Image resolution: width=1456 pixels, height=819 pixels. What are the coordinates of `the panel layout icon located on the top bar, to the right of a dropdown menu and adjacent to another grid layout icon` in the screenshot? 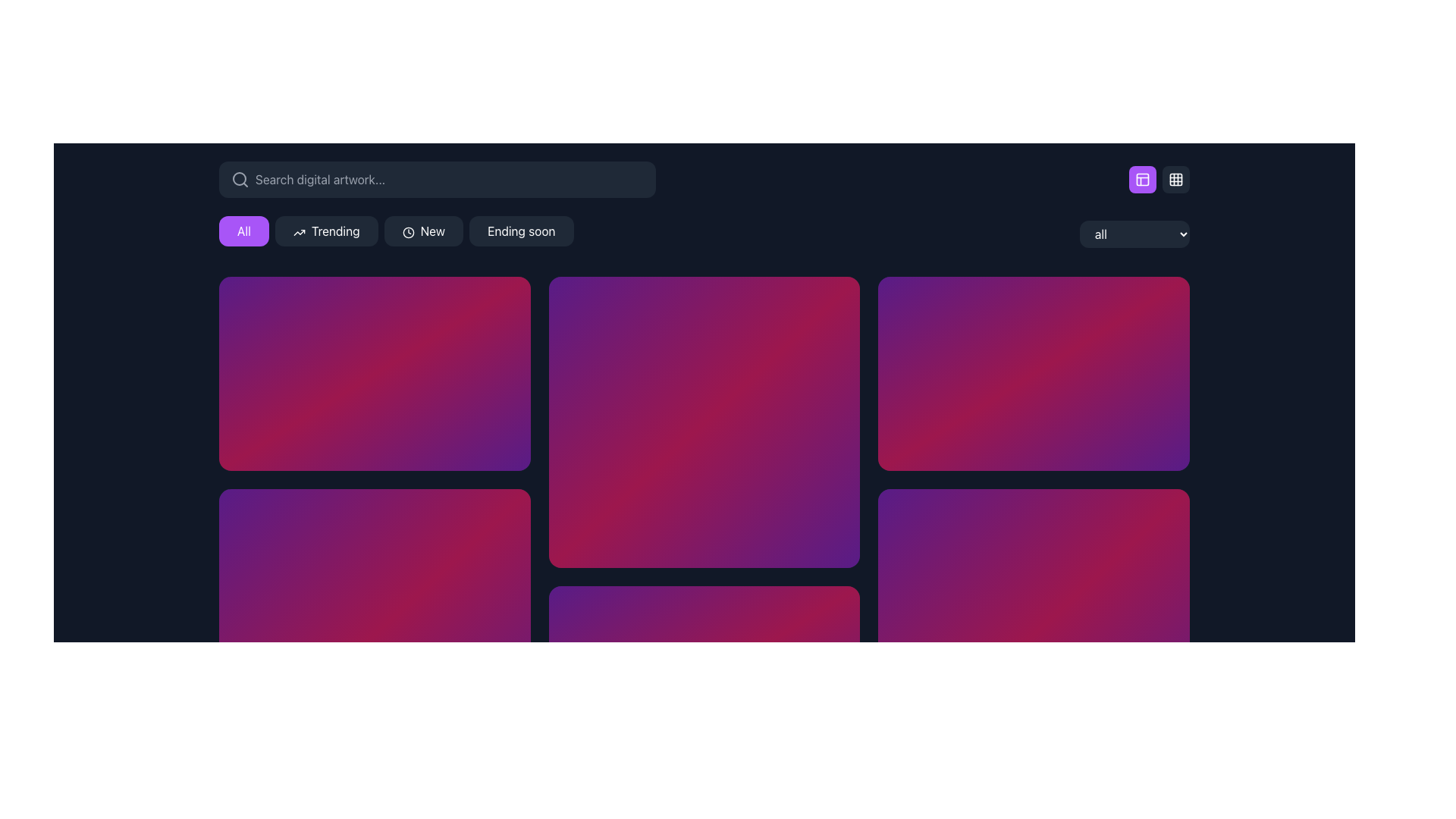 It's located at (1143, 178).